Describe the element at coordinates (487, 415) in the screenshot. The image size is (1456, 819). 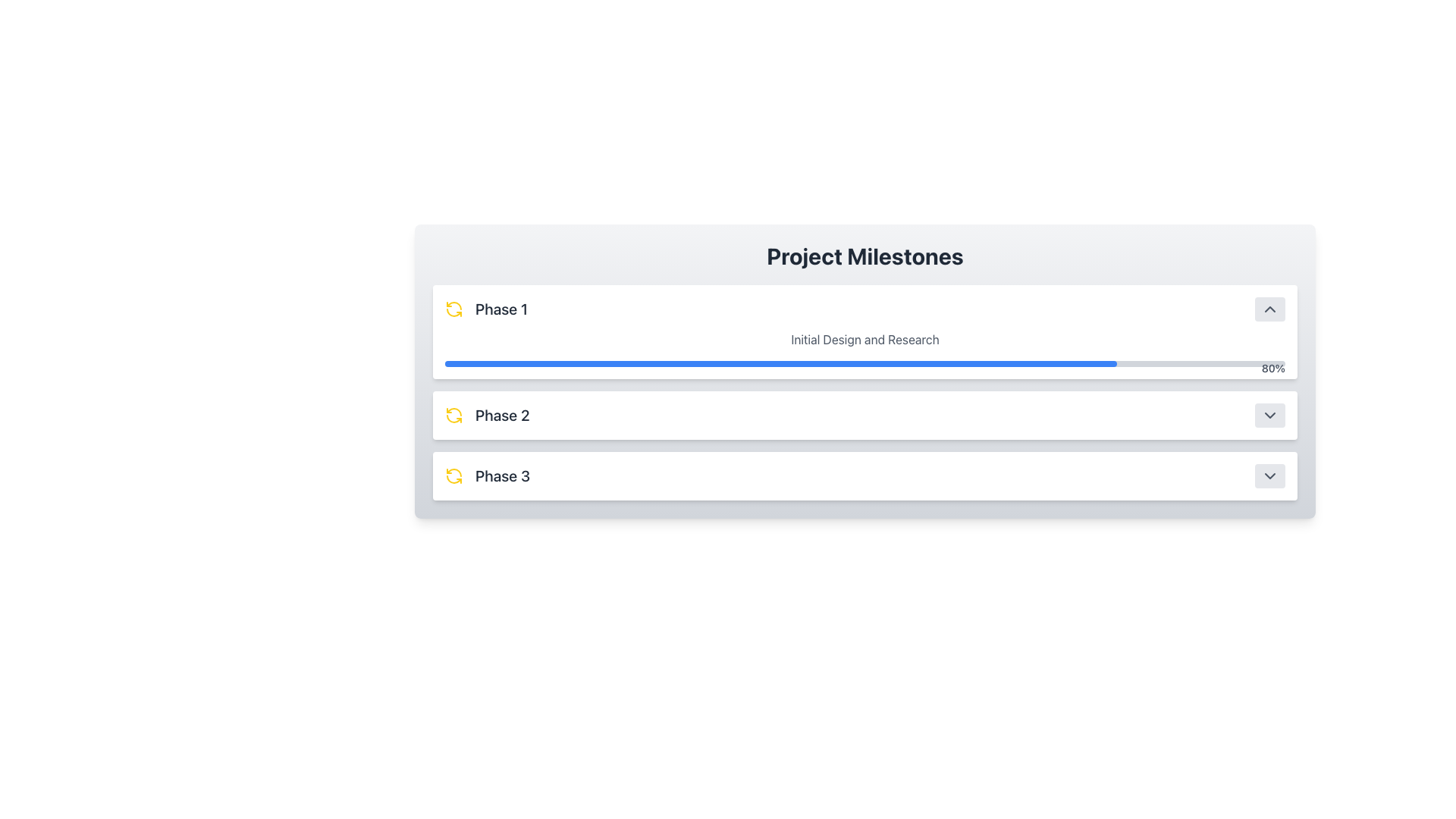
I see `the static text element displaying 'Phase 2' with a refresh icon, located in the project milestones list` at that location.